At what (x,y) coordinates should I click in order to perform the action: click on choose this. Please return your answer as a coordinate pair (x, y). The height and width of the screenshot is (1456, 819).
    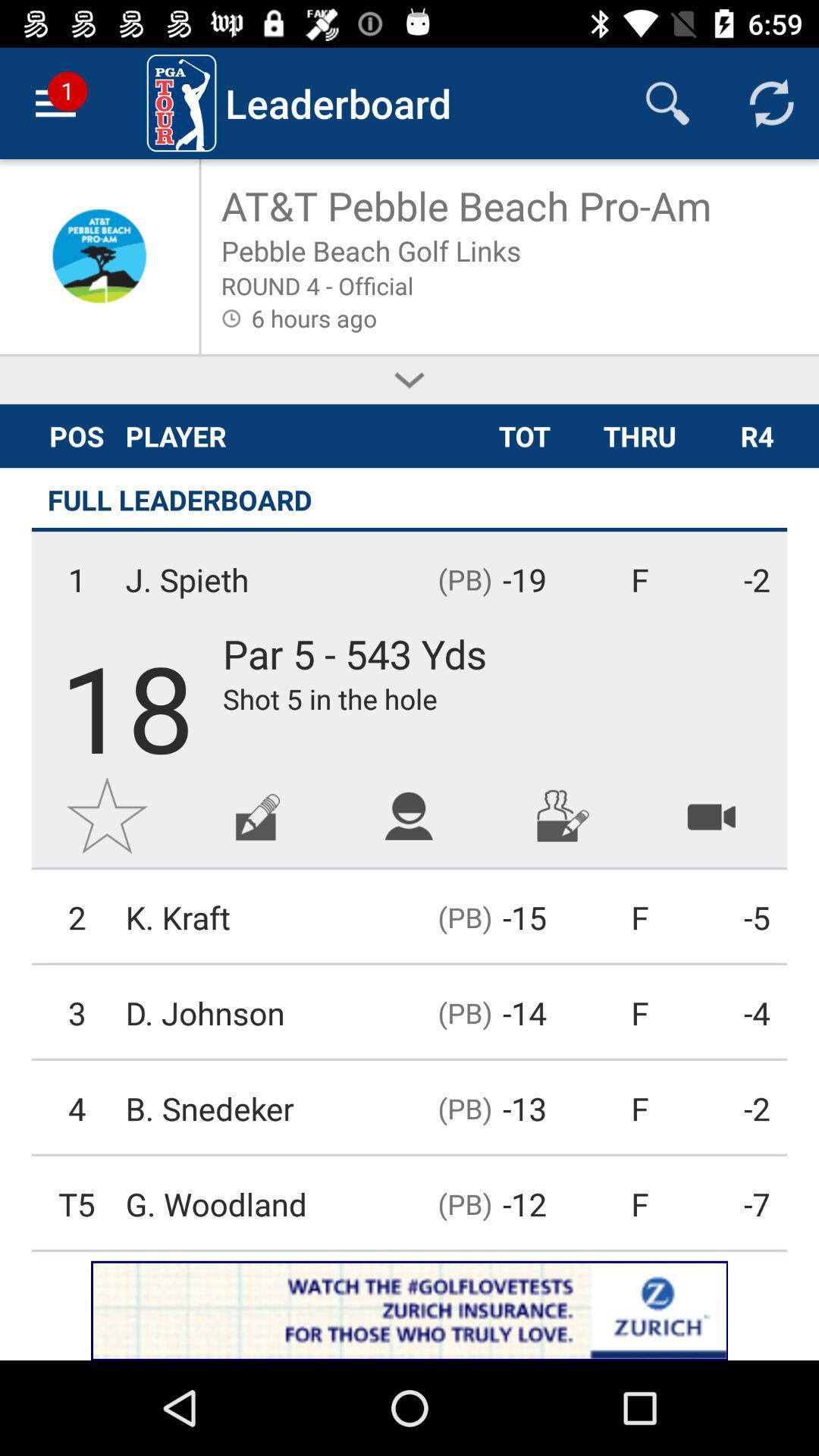
    Looking at the image, I should click on (409, 380).